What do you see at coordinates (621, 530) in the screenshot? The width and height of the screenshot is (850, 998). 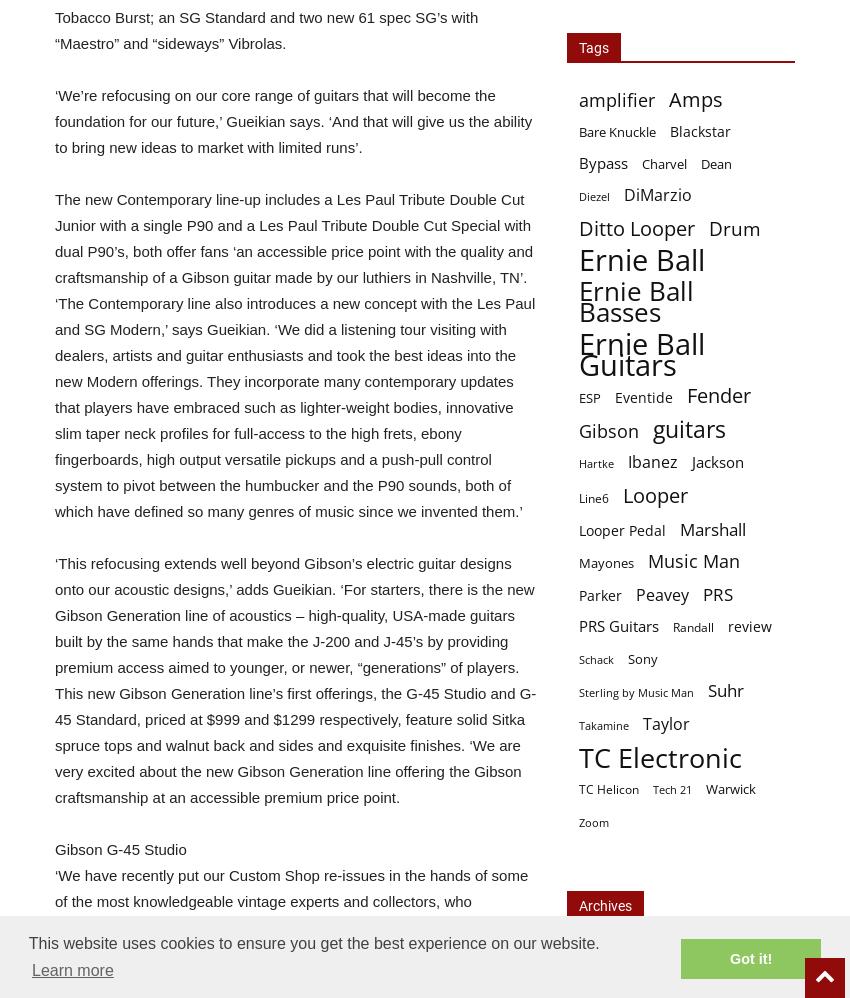 I see `'Looper Pedal'` at bounding box center [621, 530].